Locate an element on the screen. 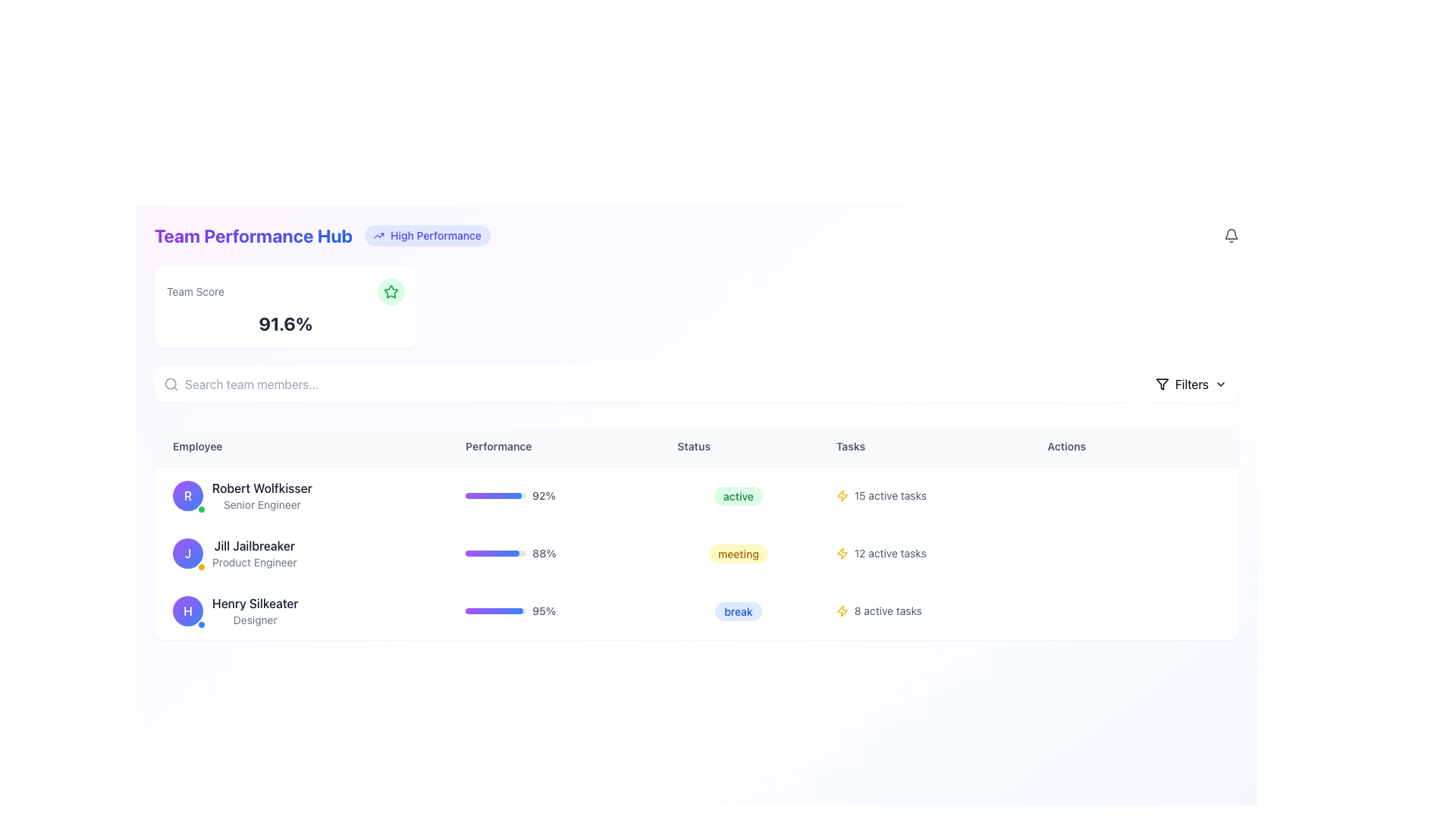 The height and width of the screenshot is (819, 1456). the last cell in the 'Actions' column of the table associated with 'Jill Jailbreaker', which is currently an empty slot is located at coordinates (1134, 553).